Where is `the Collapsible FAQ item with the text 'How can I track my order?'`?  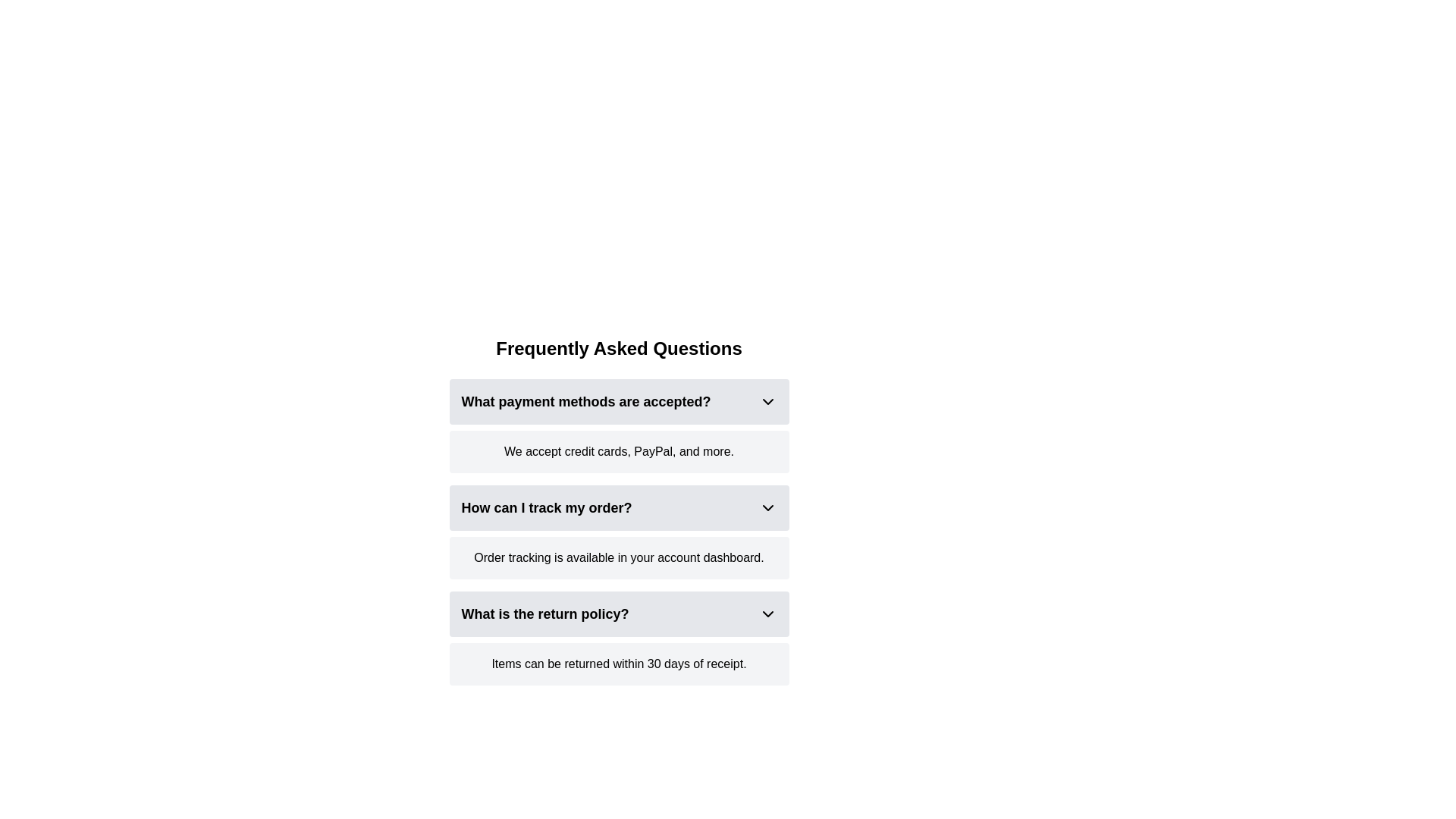 the Collapsible FAQ item with the text 'How can I track my order?' is located at coordinates (619, 508).